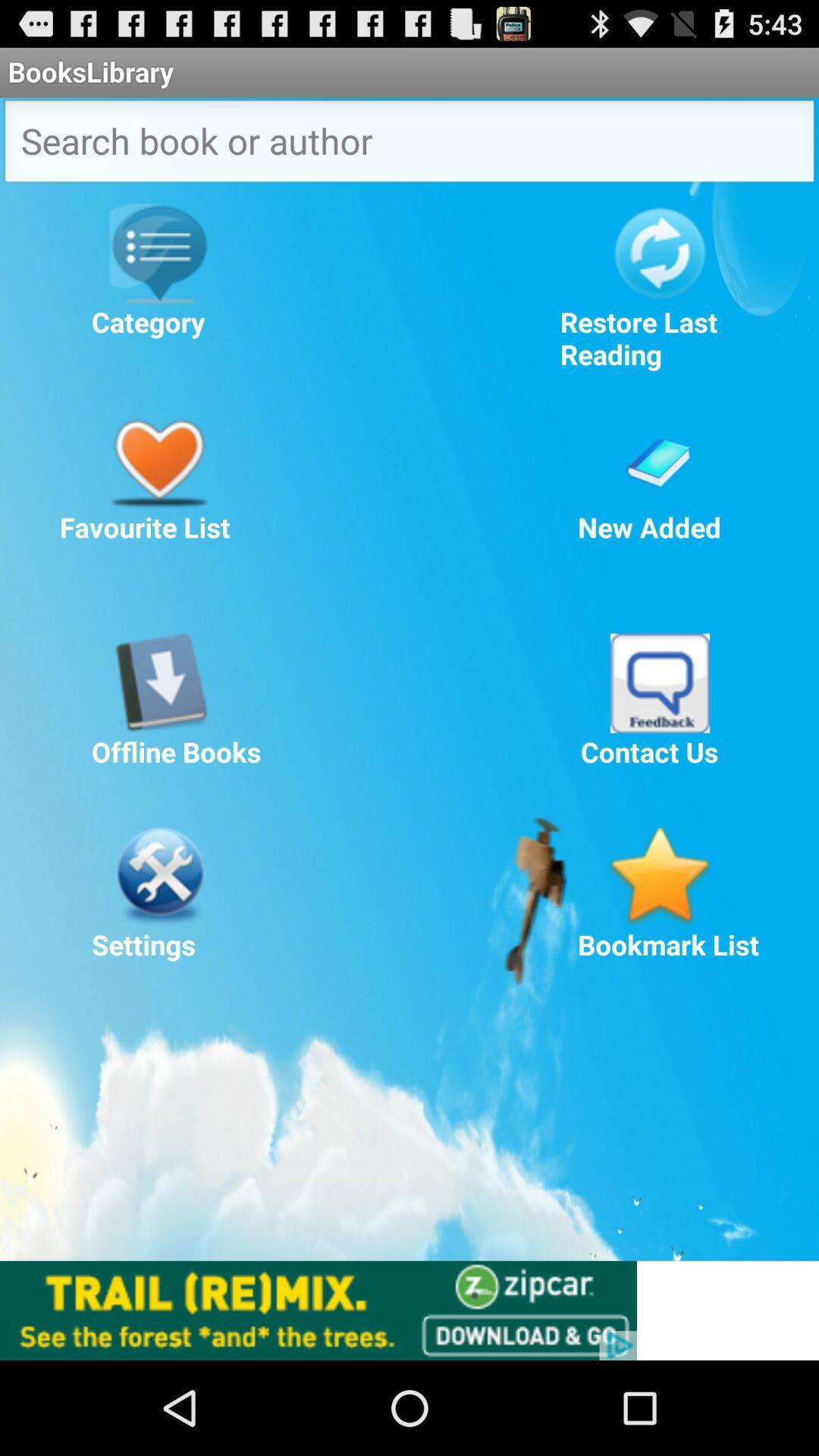 The height and width of the screenshot is (1456, 819). I want to click on settings page, so click(158, 876).